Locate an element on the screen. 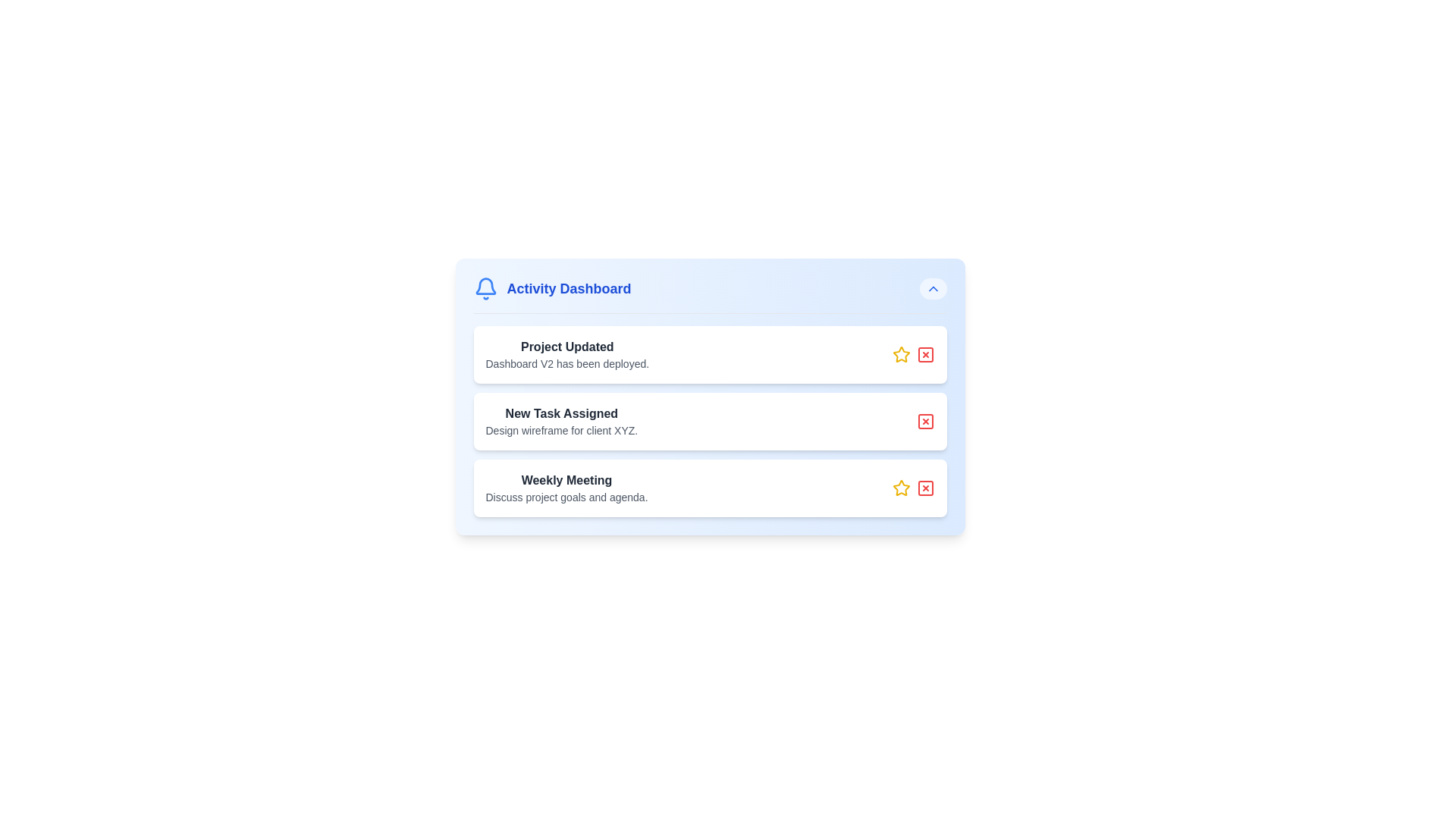  the star or 'X' icon of the Interactive action component in the third row titled 'Weekly Meeting' under the 'Activity Dashboard' section is located at coordinates (912, 488).